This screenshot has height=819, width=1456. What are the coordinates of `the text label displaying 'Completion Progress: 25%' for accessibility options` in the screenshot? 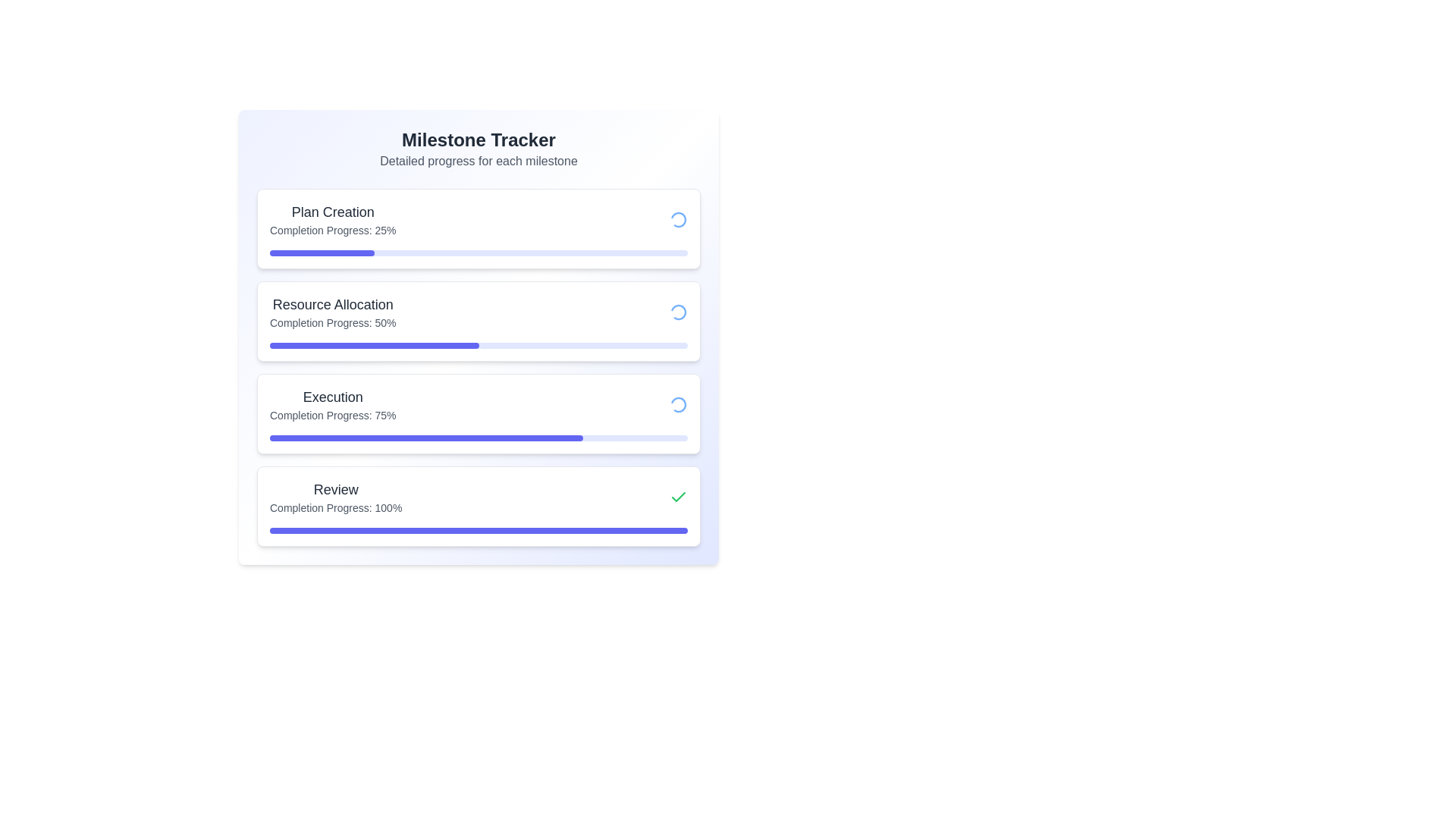 It's located at (332, 231).